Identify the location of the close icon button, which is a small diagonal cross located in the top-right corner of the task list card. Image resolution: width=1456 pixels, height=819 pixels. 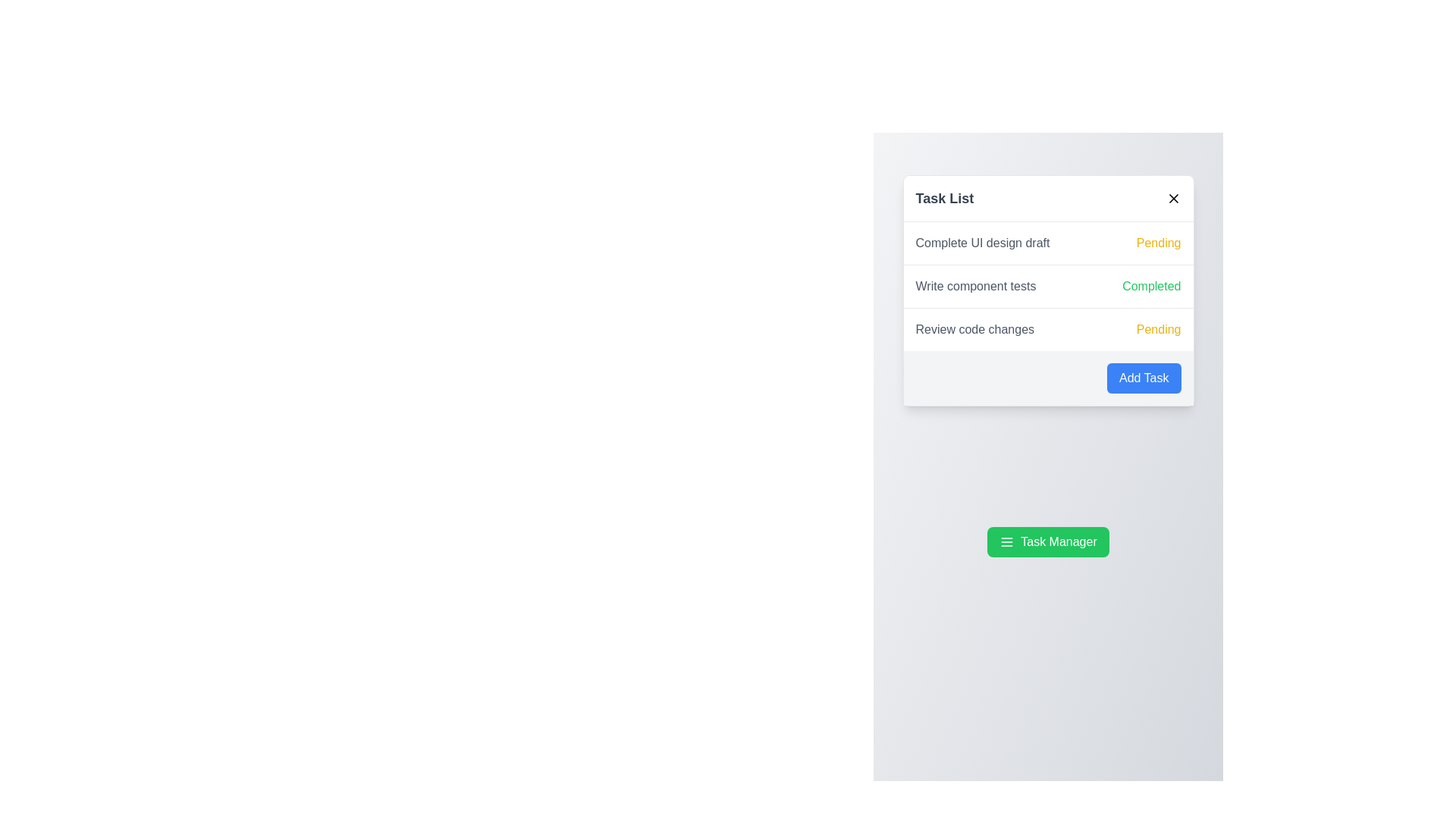
(1172, 198).